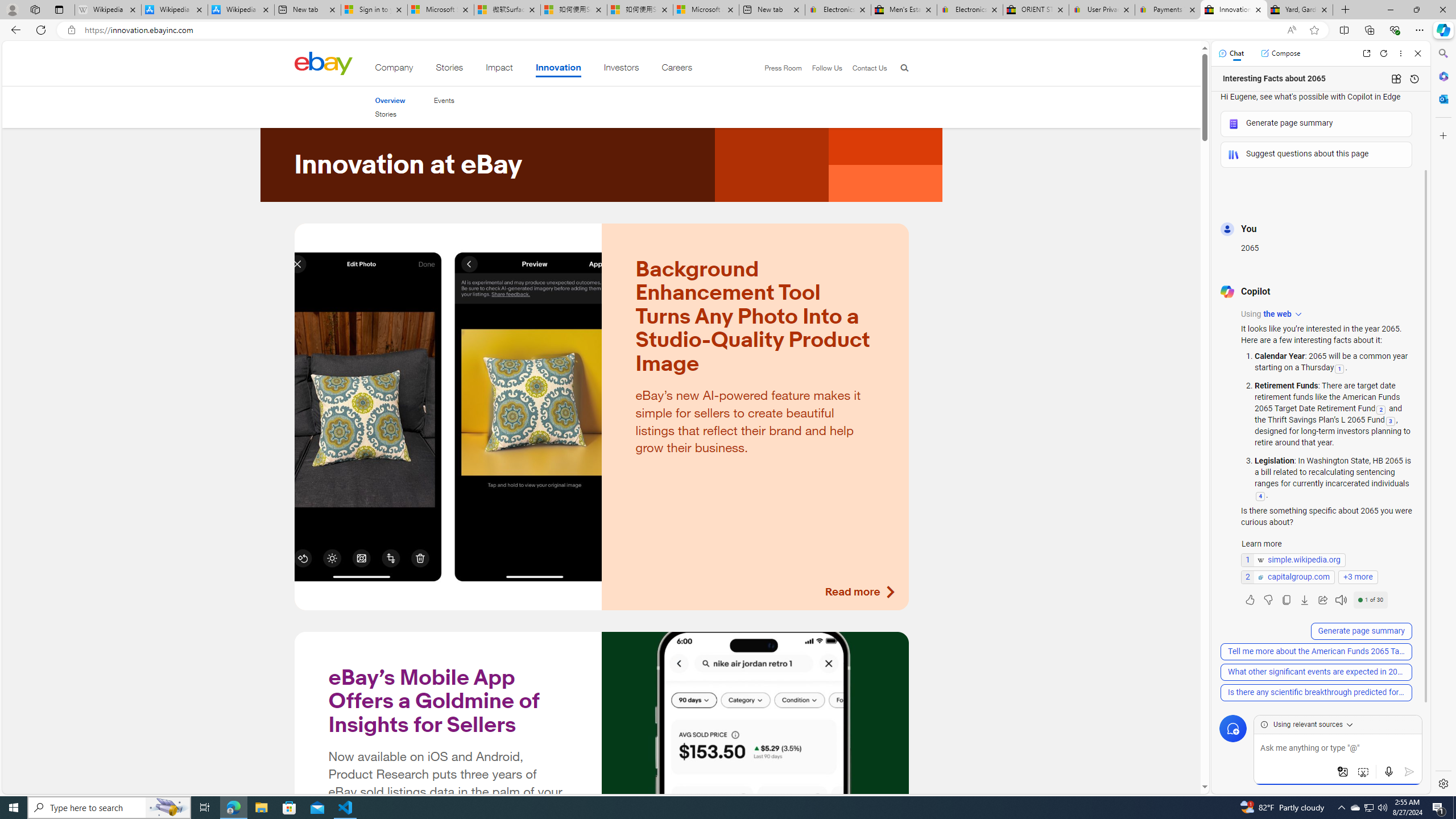  Describe the element at coordinates (385, 113) in the screenshot. I see `'Stories'` at that location.